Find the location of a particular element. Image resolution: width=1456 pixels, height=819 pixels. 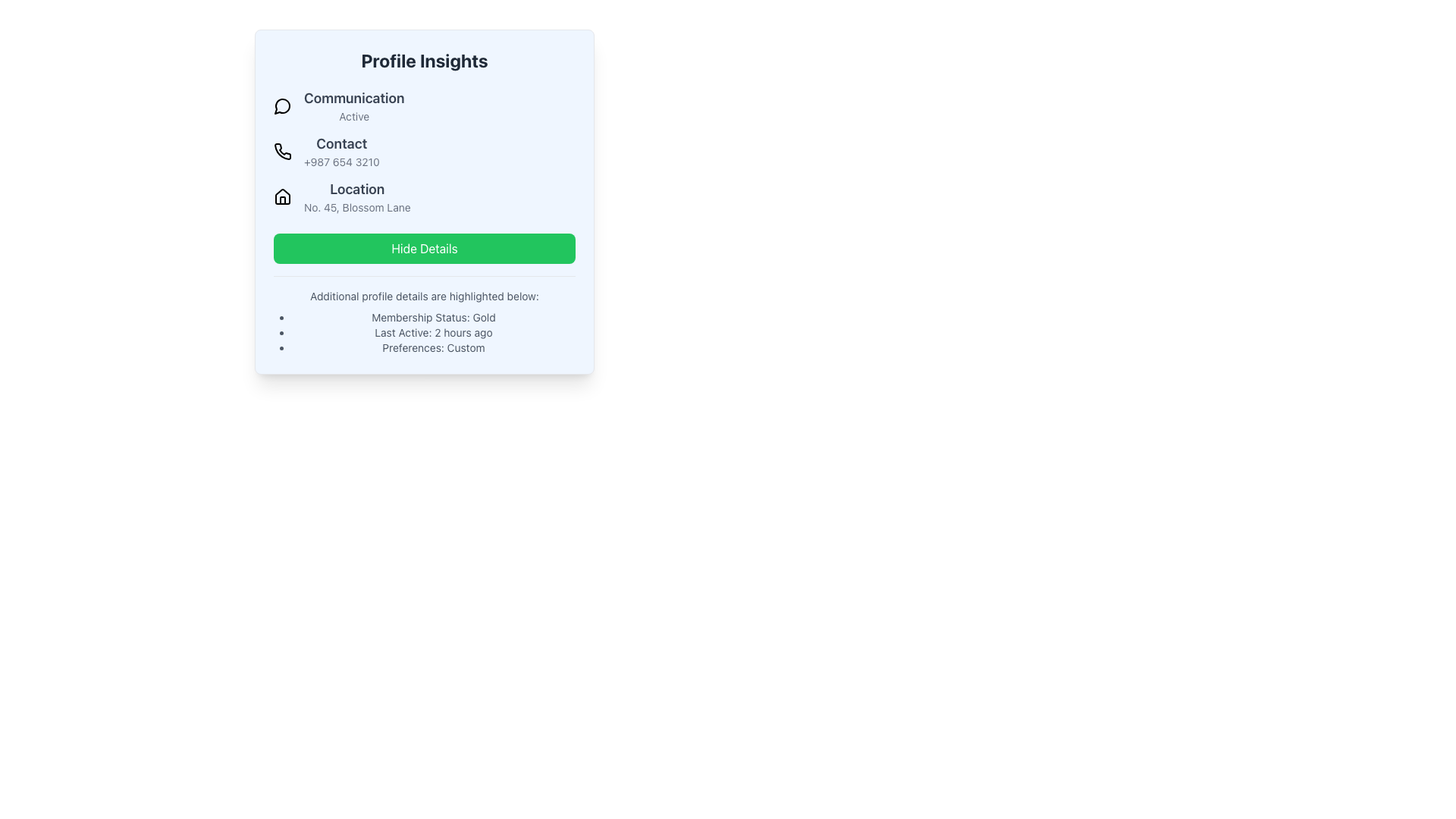

contents of the Informational Display located in the 'Profile Insights' section, which is the third item in a vertical list, positioned below 'Contact' and above the 'Hide Details' button is located at coordinates (425, 196).